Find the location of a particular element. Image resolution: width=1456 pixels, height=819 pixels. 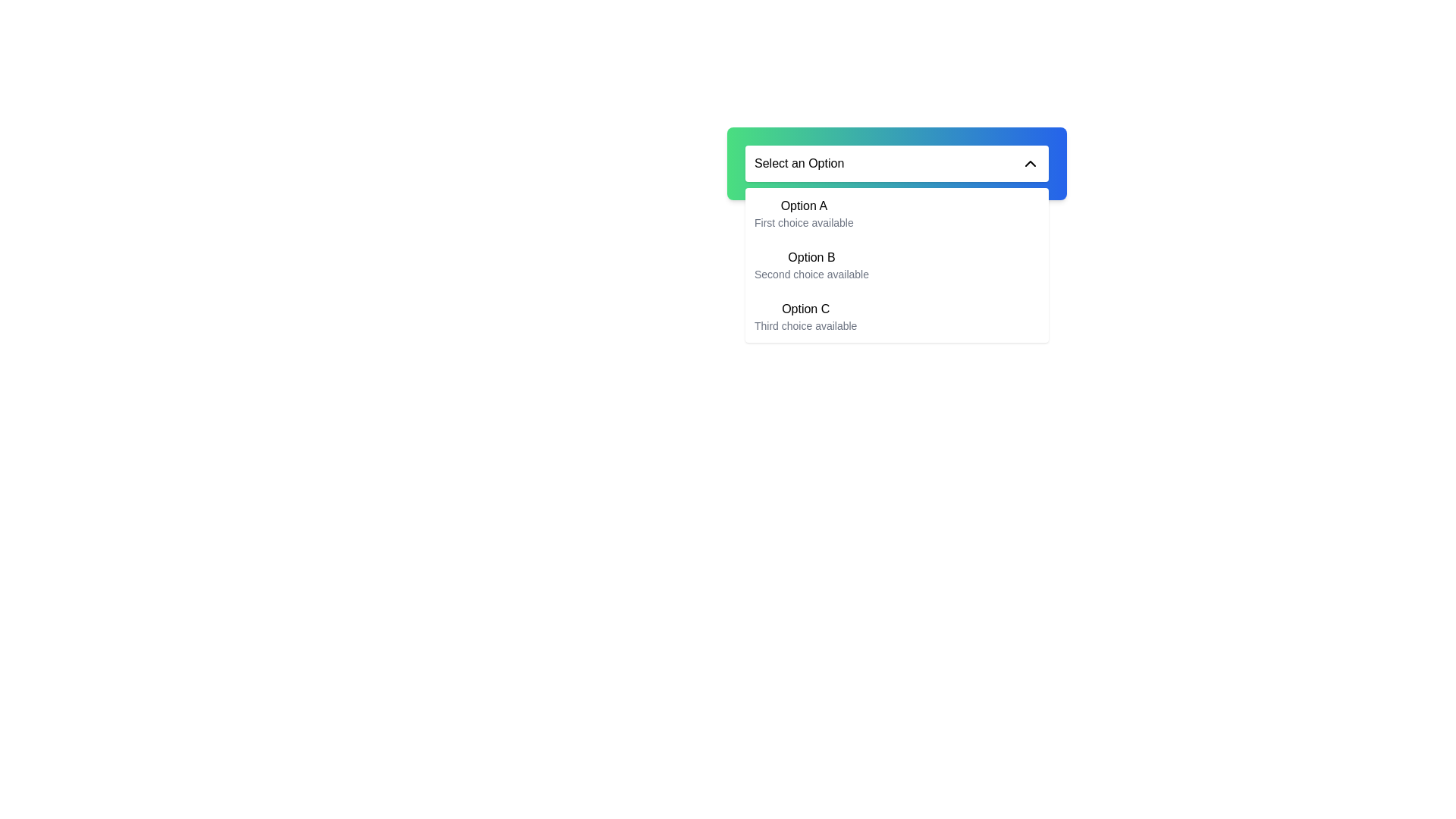

the descriptive subtitle text label for 'Option A' located below the 'Option A' text in the dropdown menu is located at coordinates (803, 222).